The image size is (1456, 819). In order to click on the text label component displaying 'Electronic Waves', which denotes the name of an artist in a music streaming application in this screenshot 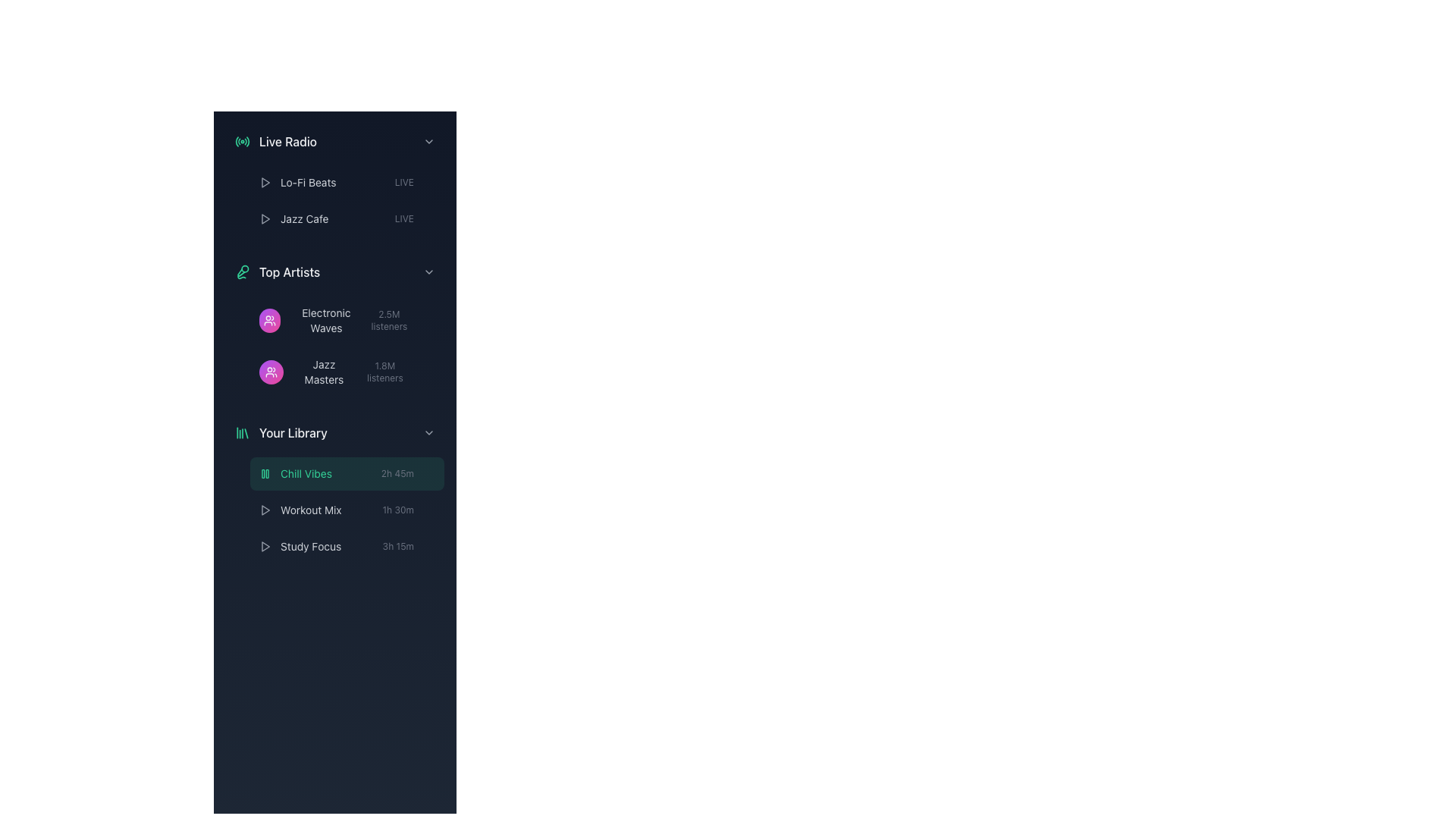, I will do `click(325, 320)`.